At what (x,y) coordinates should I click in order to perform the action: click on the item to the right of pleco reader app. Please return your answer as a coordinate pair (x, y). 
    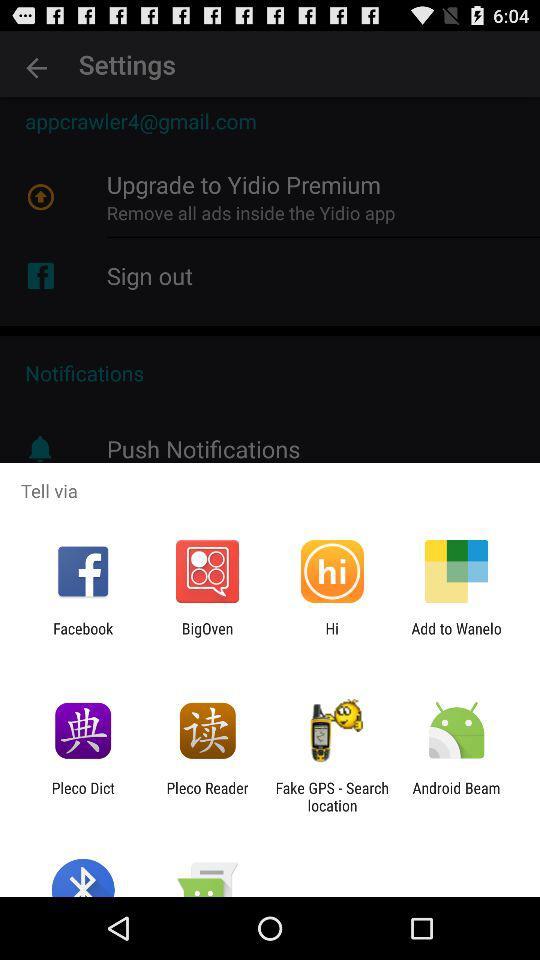
    Looking at the image, I should click on (332, 796).